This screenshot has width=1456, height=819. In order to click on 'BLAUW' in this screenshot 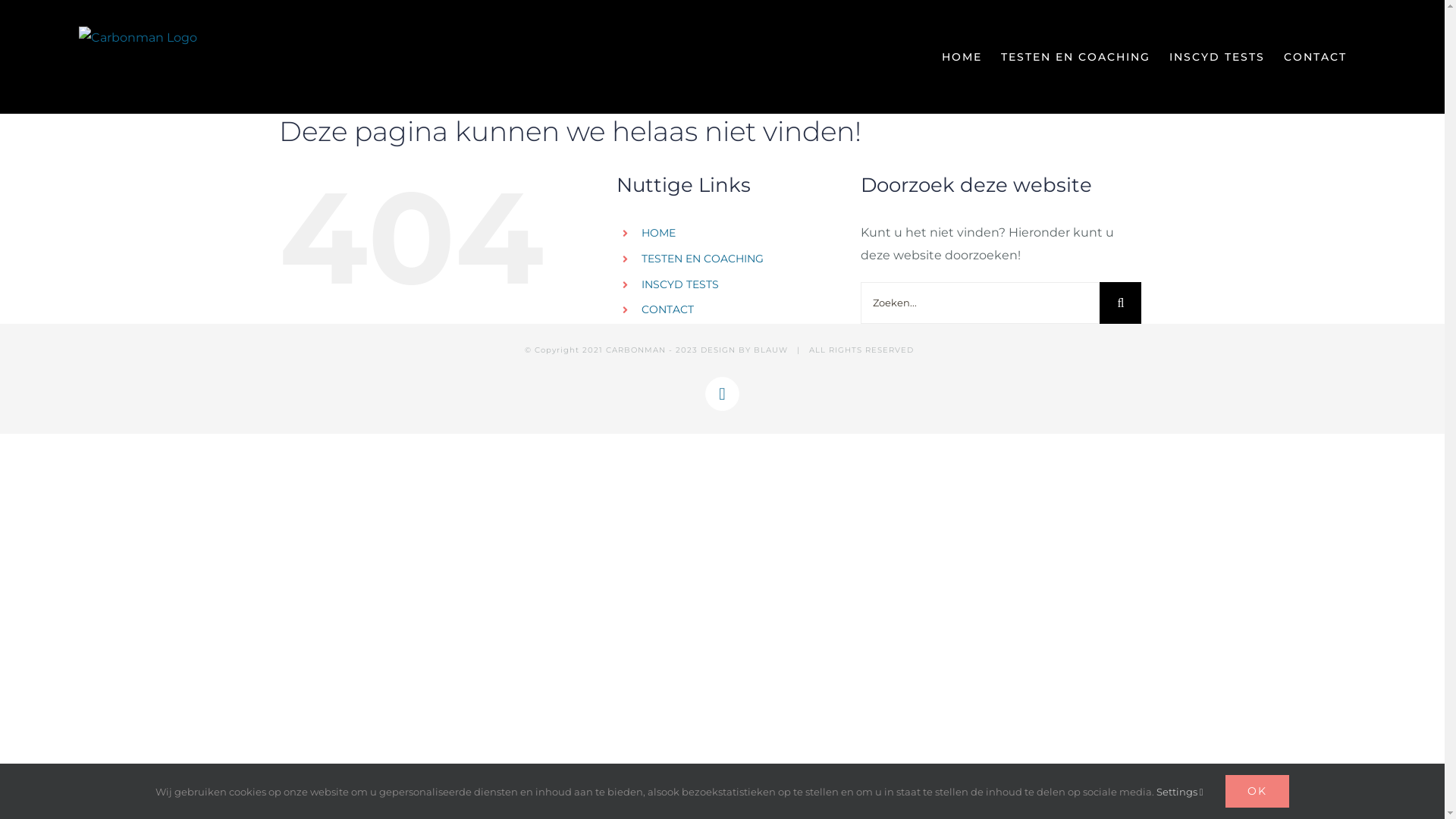, I will do `click(770, 350)`.